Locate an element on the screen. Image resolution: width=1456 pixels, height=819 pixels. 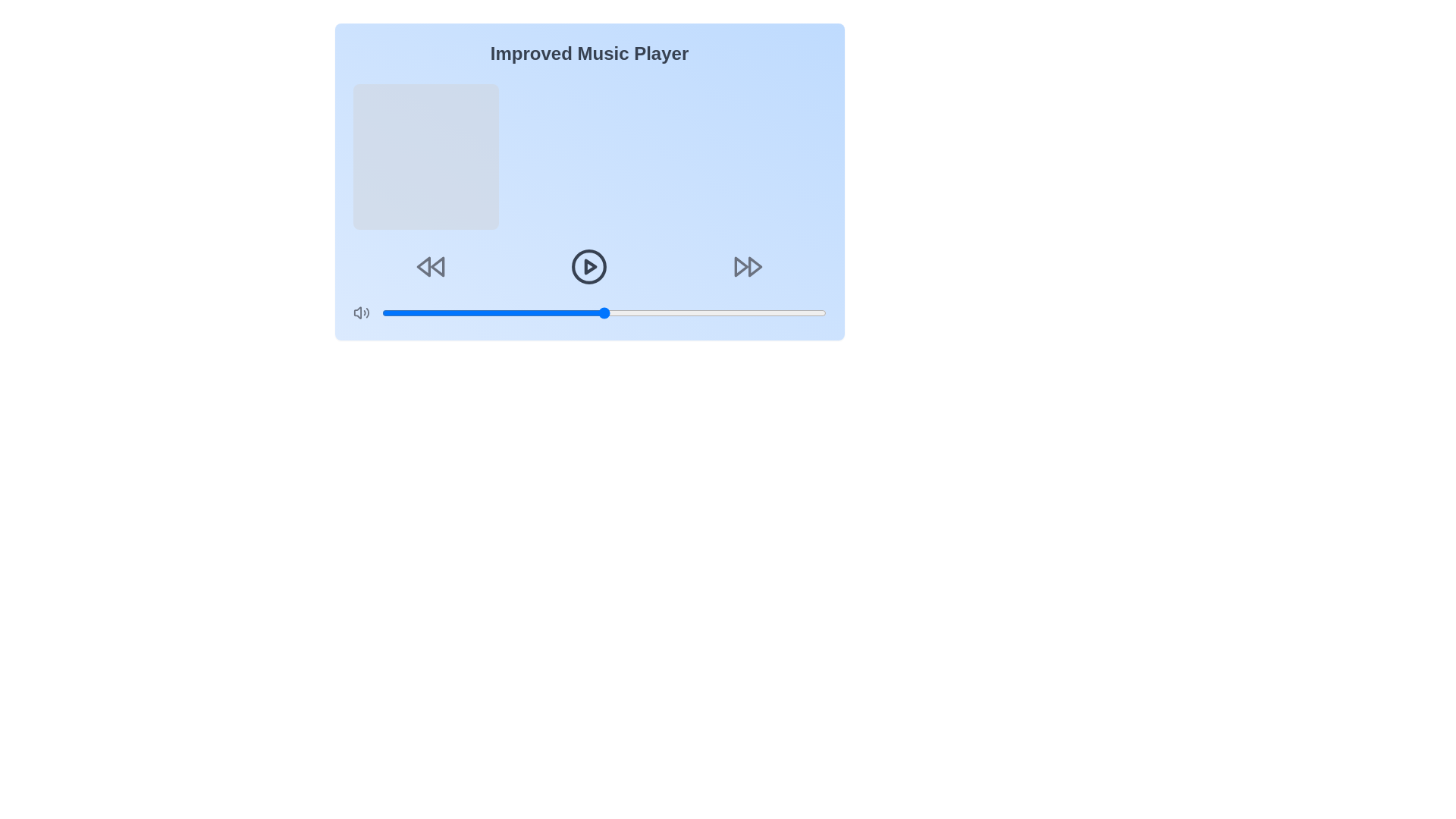
the 'Play' button located in the music player interface, positioned centrally below the title 'Improved Music Player' and between the 'previous track' and 'next track' buttons is located at coordinates (588, 265).